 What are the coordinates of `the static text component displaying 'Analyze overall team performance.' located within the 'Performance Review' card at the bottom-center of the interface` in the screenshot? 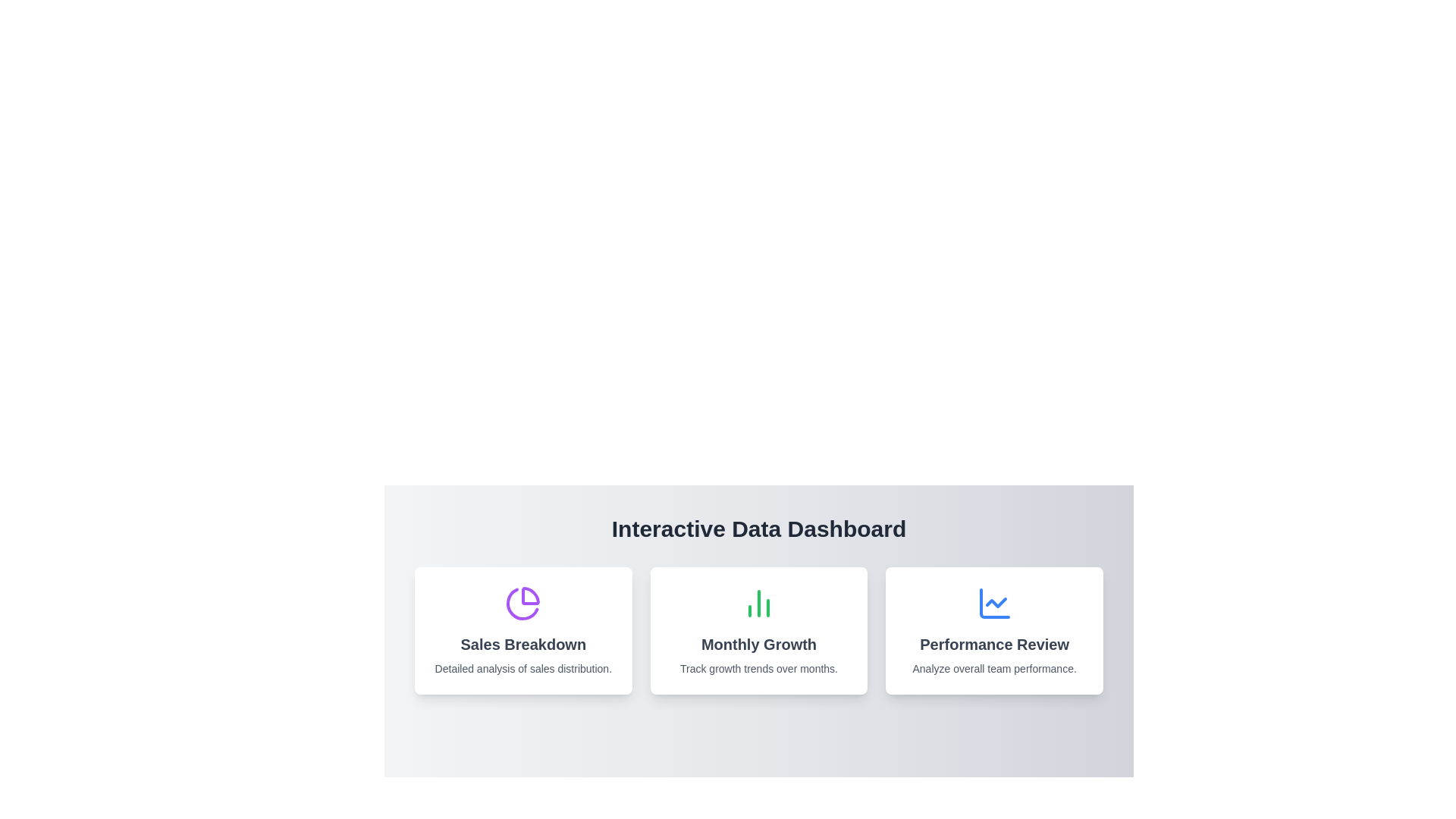 It's located at (994, 668).